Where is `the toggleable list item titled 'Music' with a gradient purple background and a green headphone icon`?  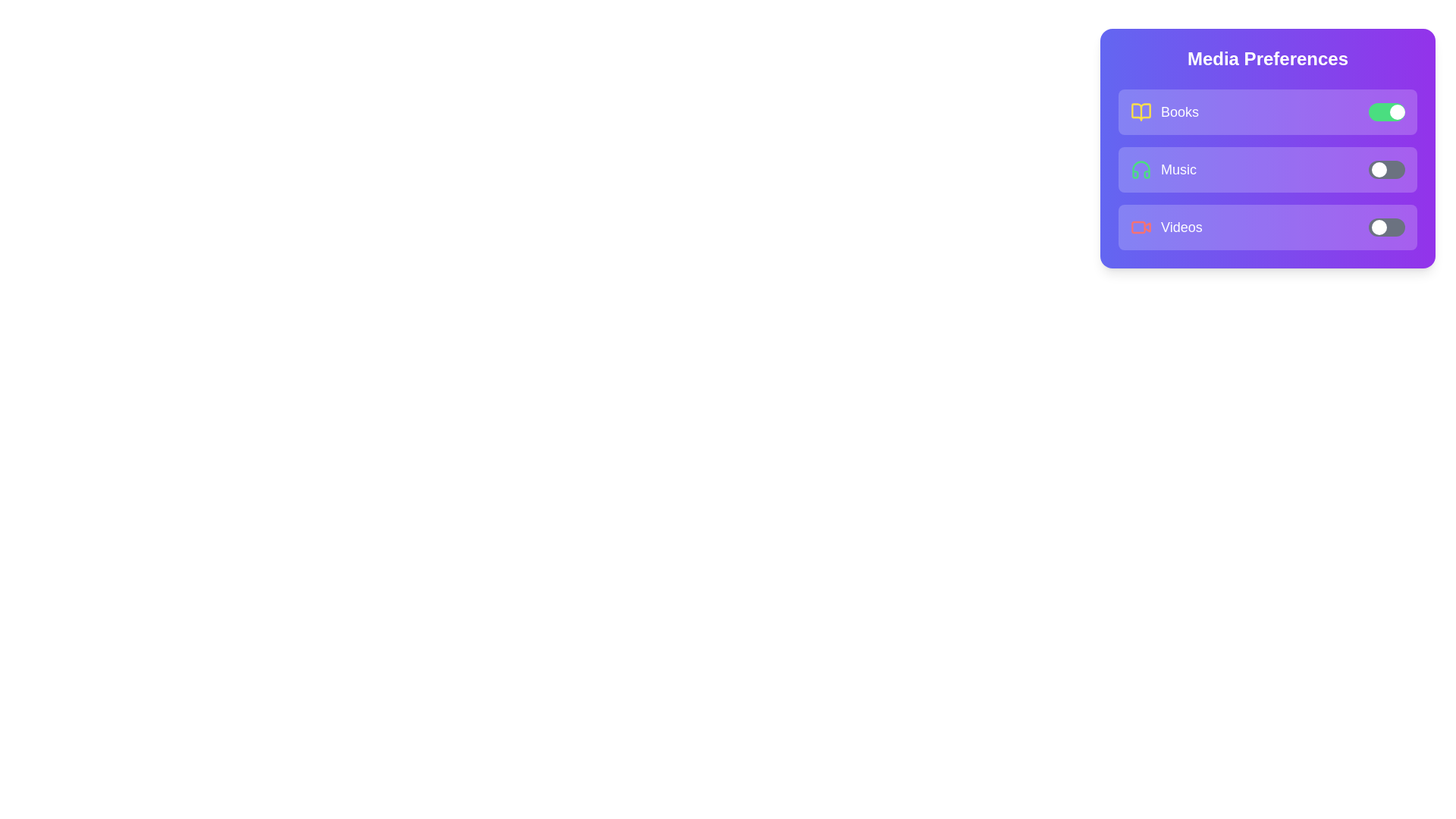
the toggleable list item titled 'Music' with a gradient purple background and a green headphone icon is located at coordinates (1267, 169).